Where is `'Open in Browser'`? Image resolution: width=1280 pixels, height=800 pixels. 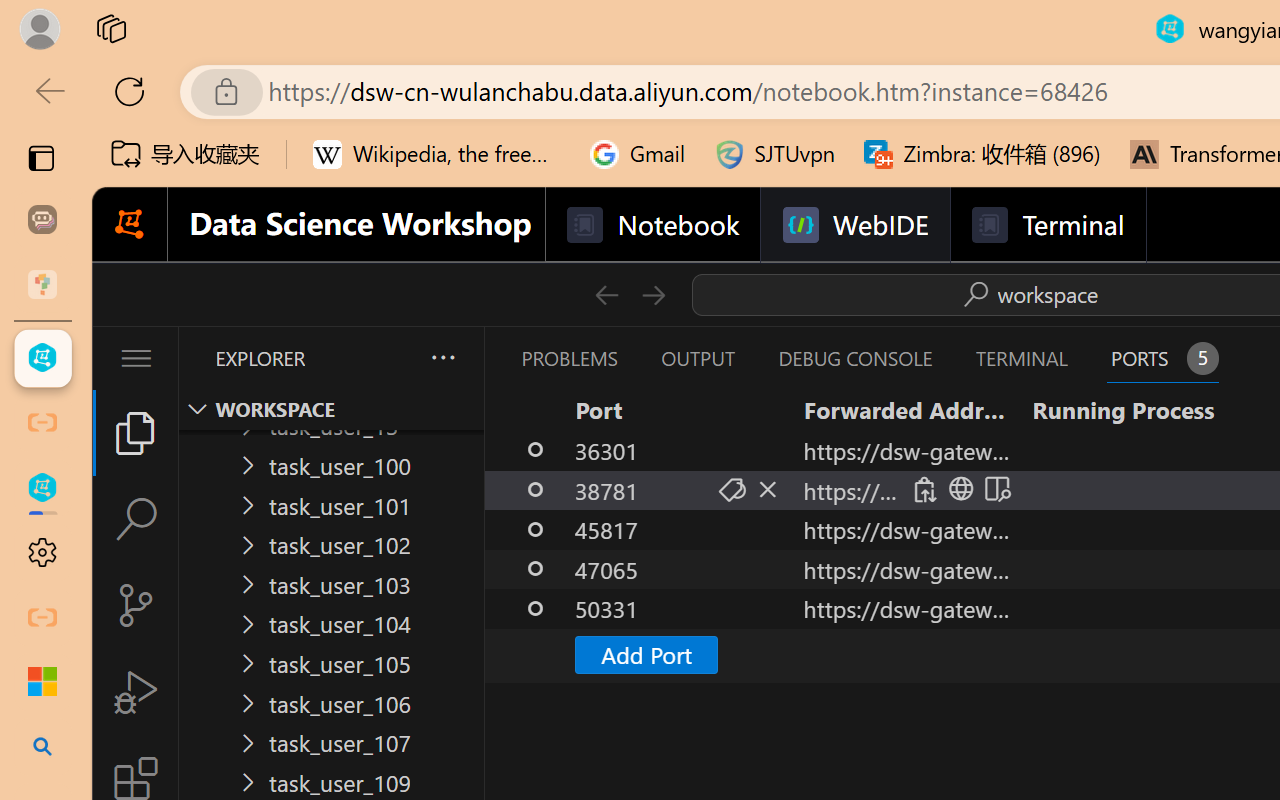 'Open in Browser' is located at coordinates (958, 489).